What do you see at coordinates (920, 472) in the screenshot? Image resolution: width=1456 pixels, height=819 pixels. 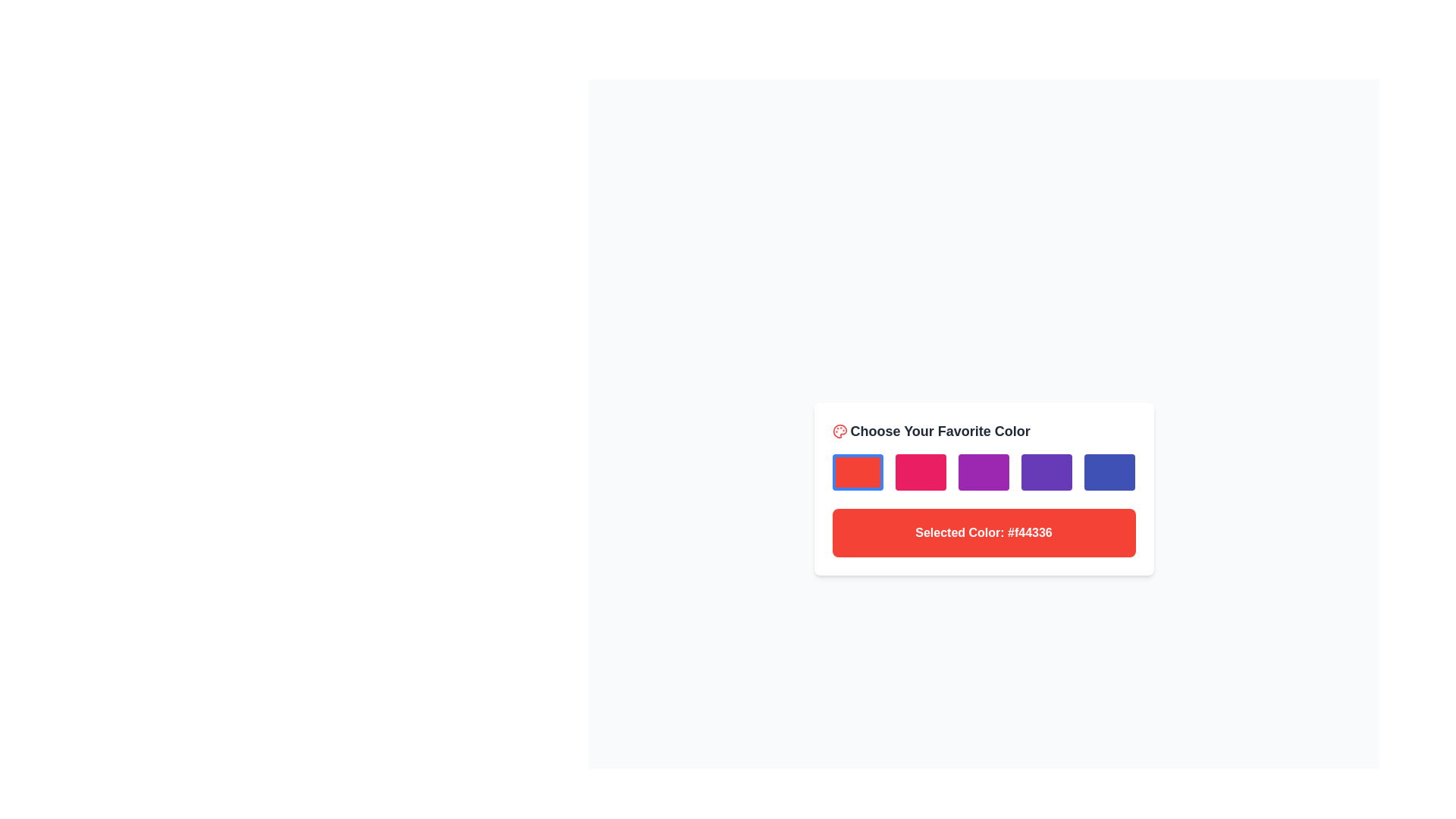 I see `the second button in the horizontal sequence of five buttons under the title 'Choose Your Favorite Color'` at bounding box center [920, 472].